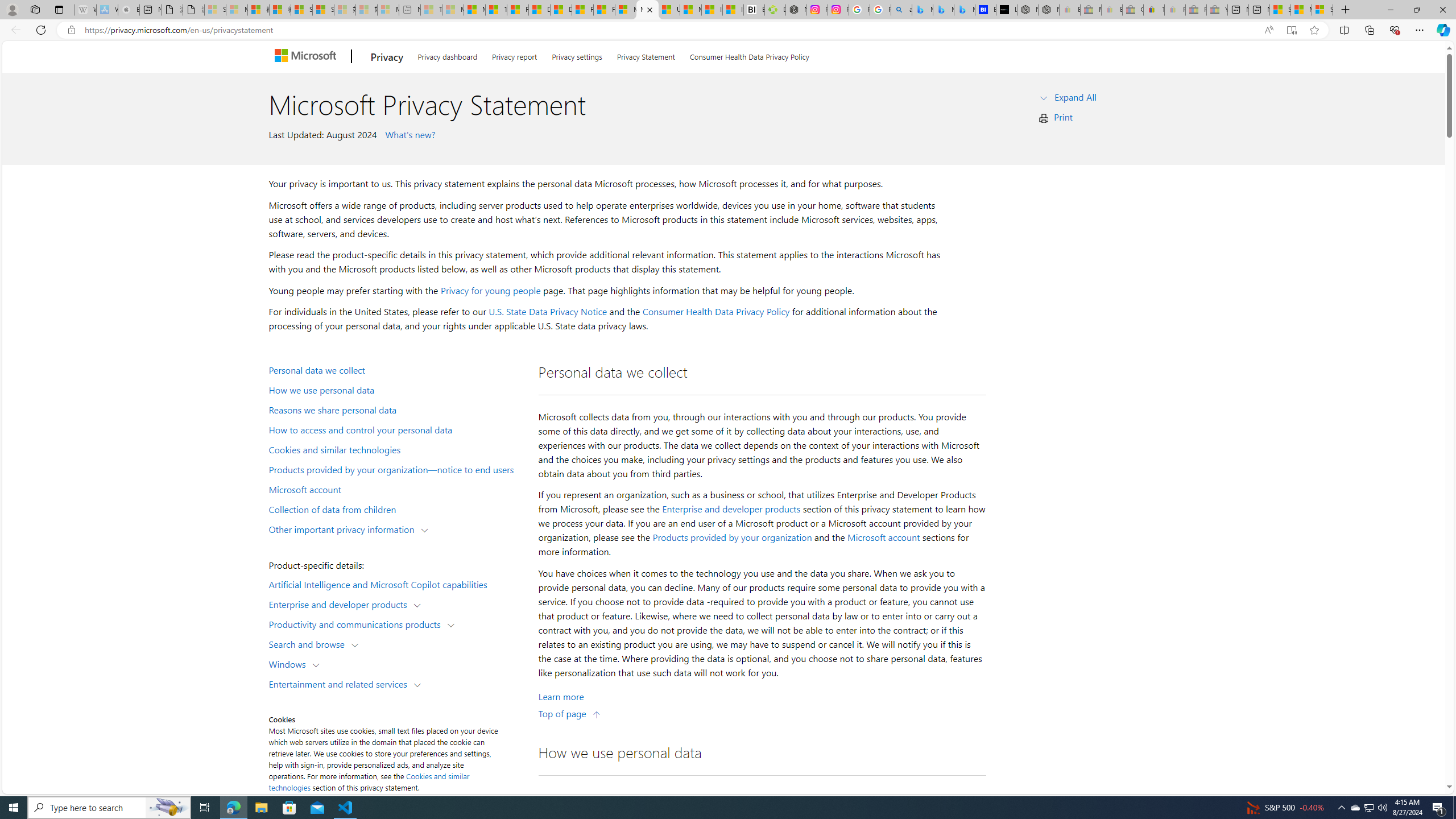 Image resolution: width=1456 pixels, height=819 pixels. Describe the element at coordinates (1196, 9) in the screenshot. I see `'Press Room - eBay Inc. - Sleeping'` at that location.